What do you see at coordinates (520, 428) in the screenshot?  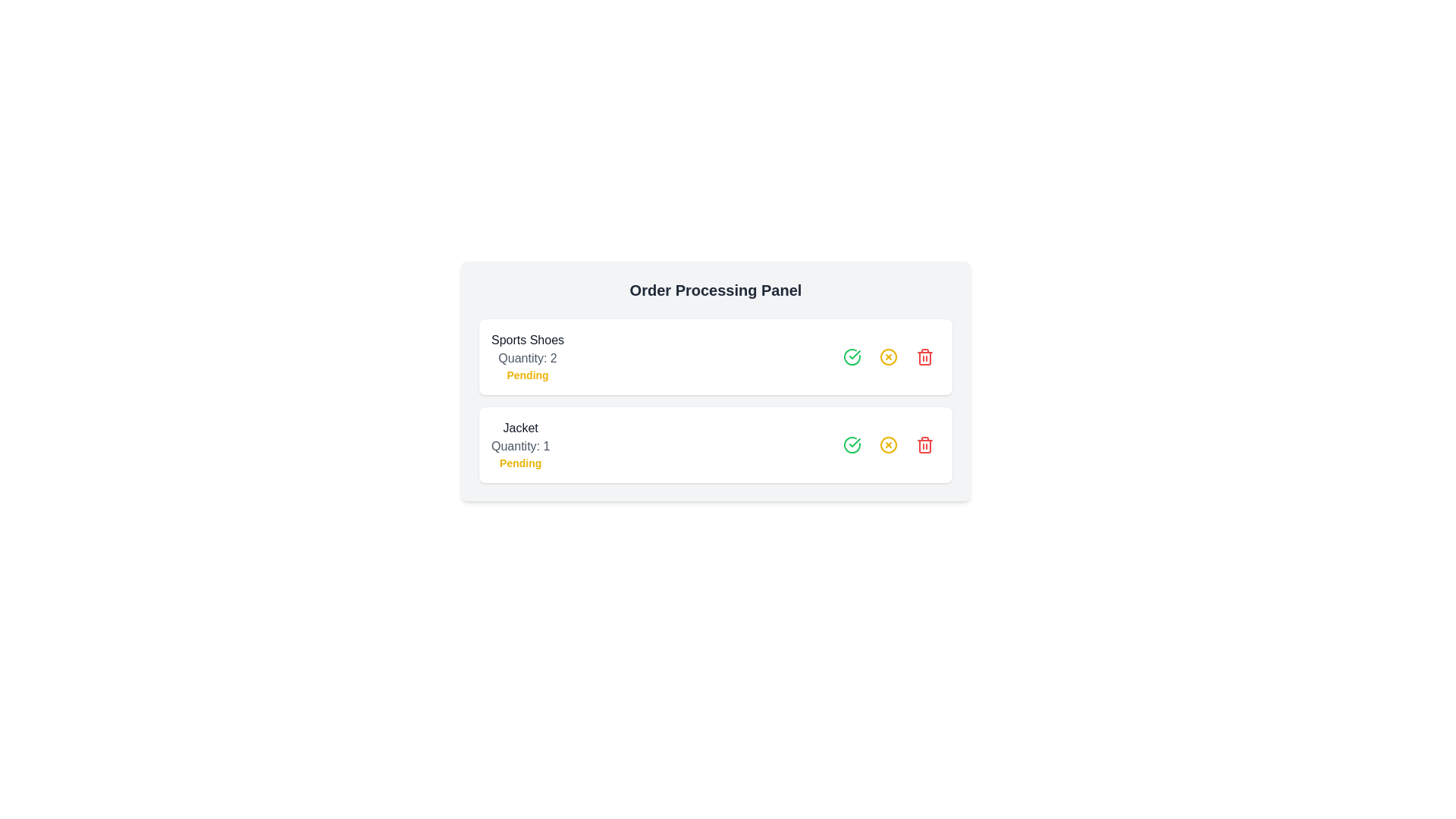 I see `text label 'Jacket' which is styled in bold dark gray, positioned at the top of the item list entry in the Order Processing Panel` at bounding box center [520, 428].